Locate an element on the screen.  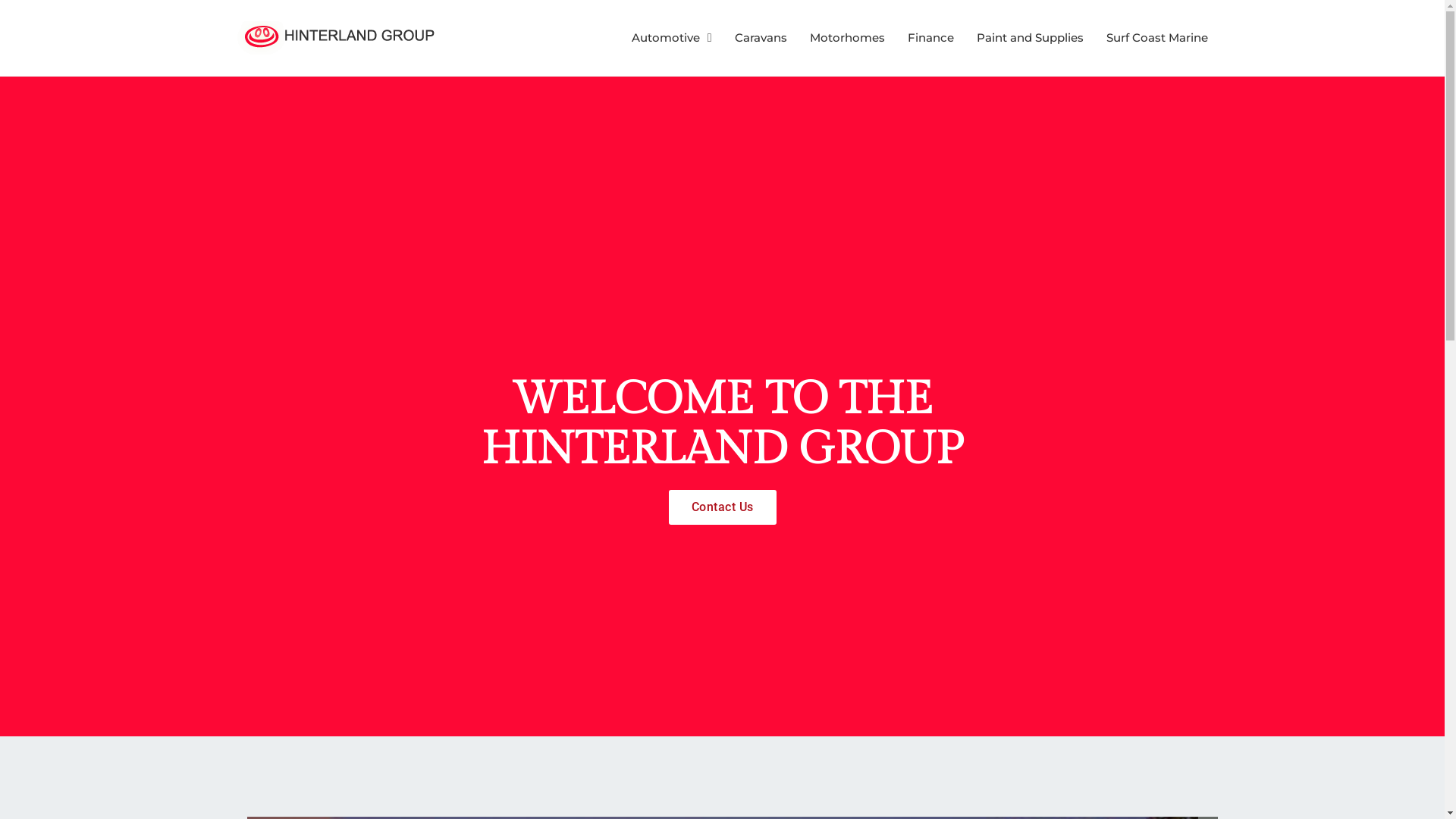
'Surf Coast Marine' is located at coordinates (1156, 37).